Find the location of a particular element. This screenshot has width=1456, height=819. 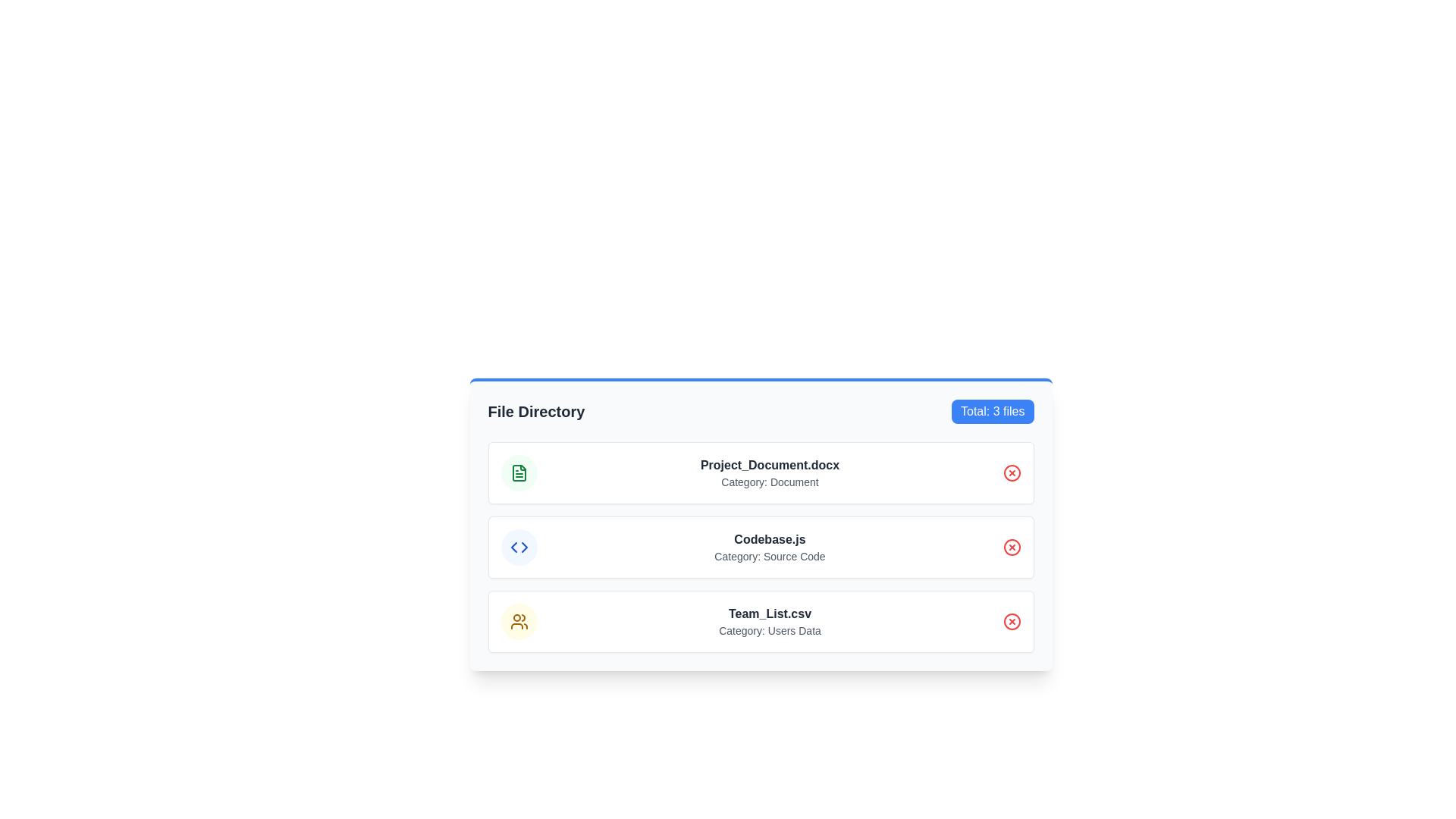

the circular icon with a light blue background and blue border that resembles a code symbol, located to the left of the 'Codebase.js' entry in the list is located at coordinates (519, 547).